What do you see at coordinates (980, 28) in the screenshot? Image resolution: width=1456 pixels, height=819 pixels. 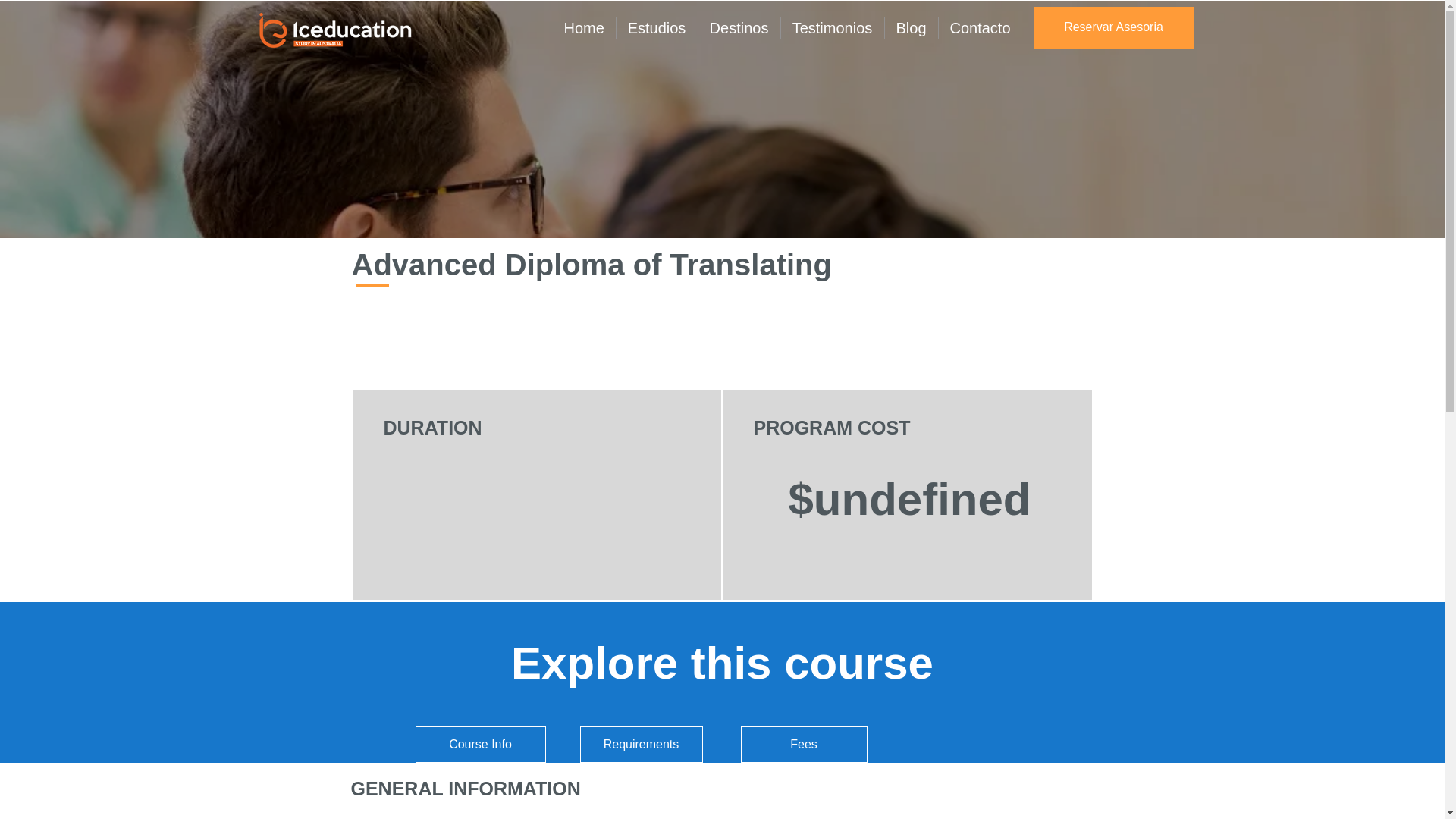 I see `'Contacto'` at bounding box center [980, 28].